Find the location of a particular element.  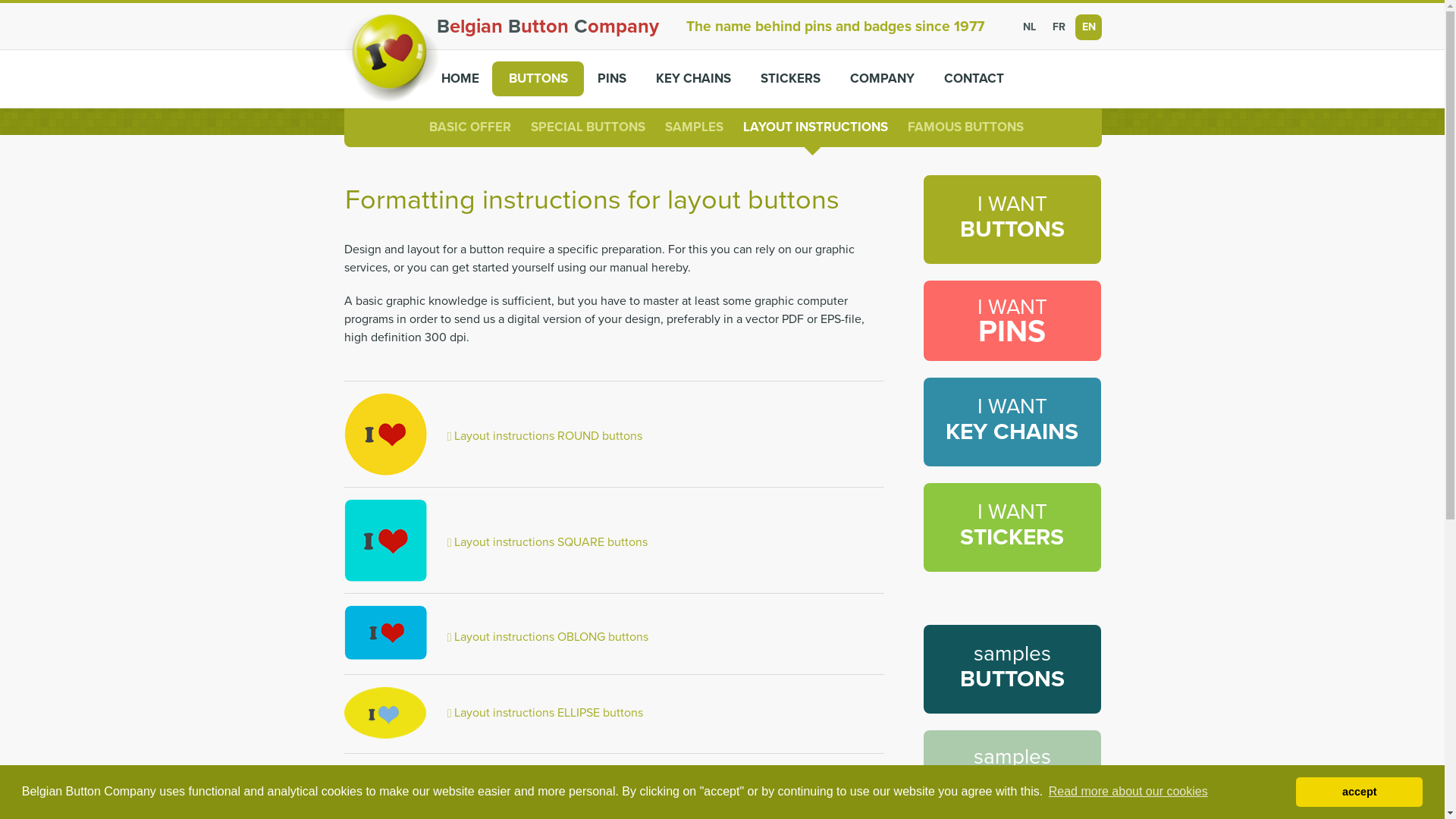

'NL' is located at coordinates (1029, 27).